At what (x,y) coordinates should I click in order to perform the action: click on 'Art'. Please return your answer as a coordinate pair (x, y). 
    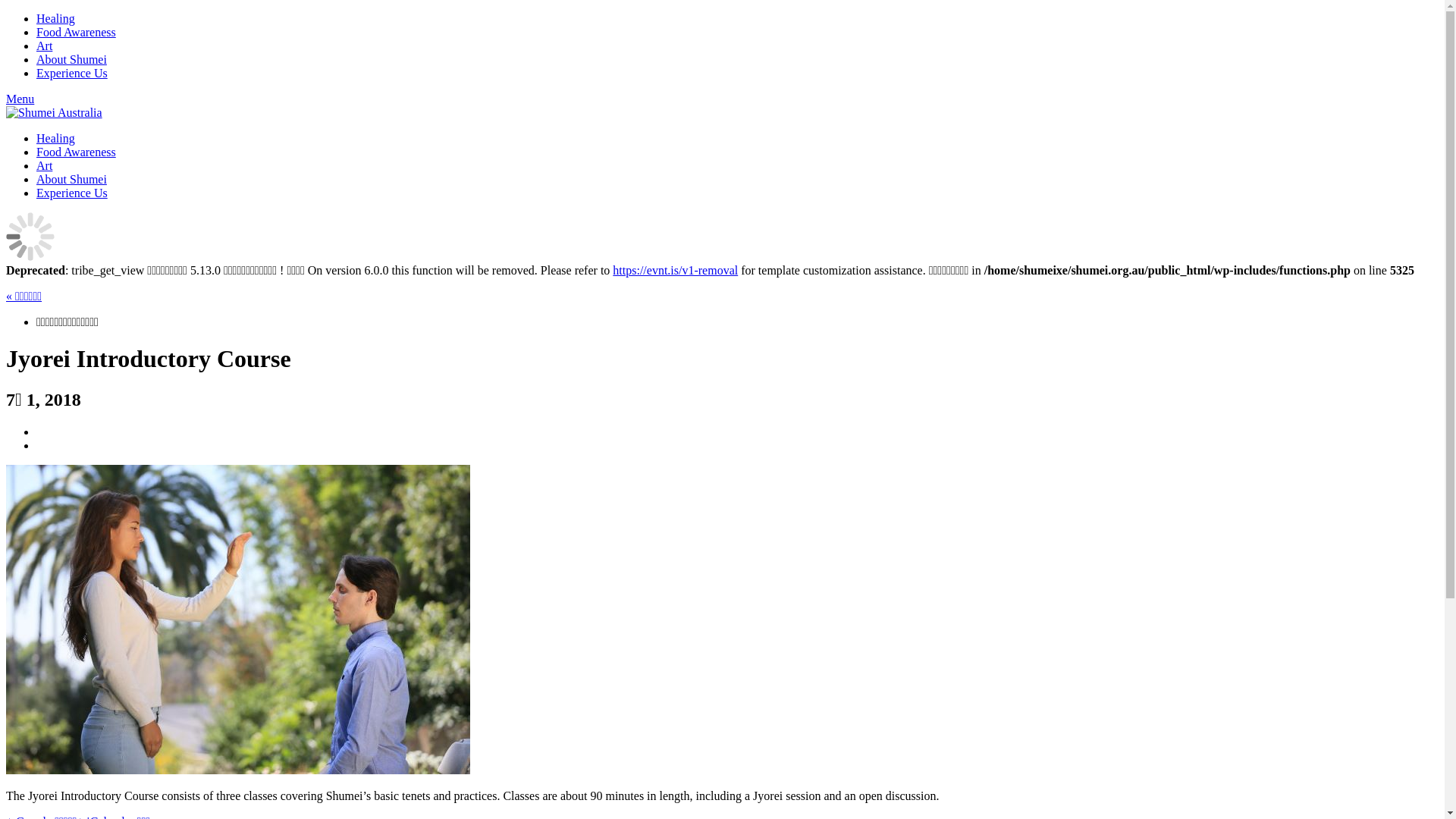
    Looking at the image, I should click on (44, 165).